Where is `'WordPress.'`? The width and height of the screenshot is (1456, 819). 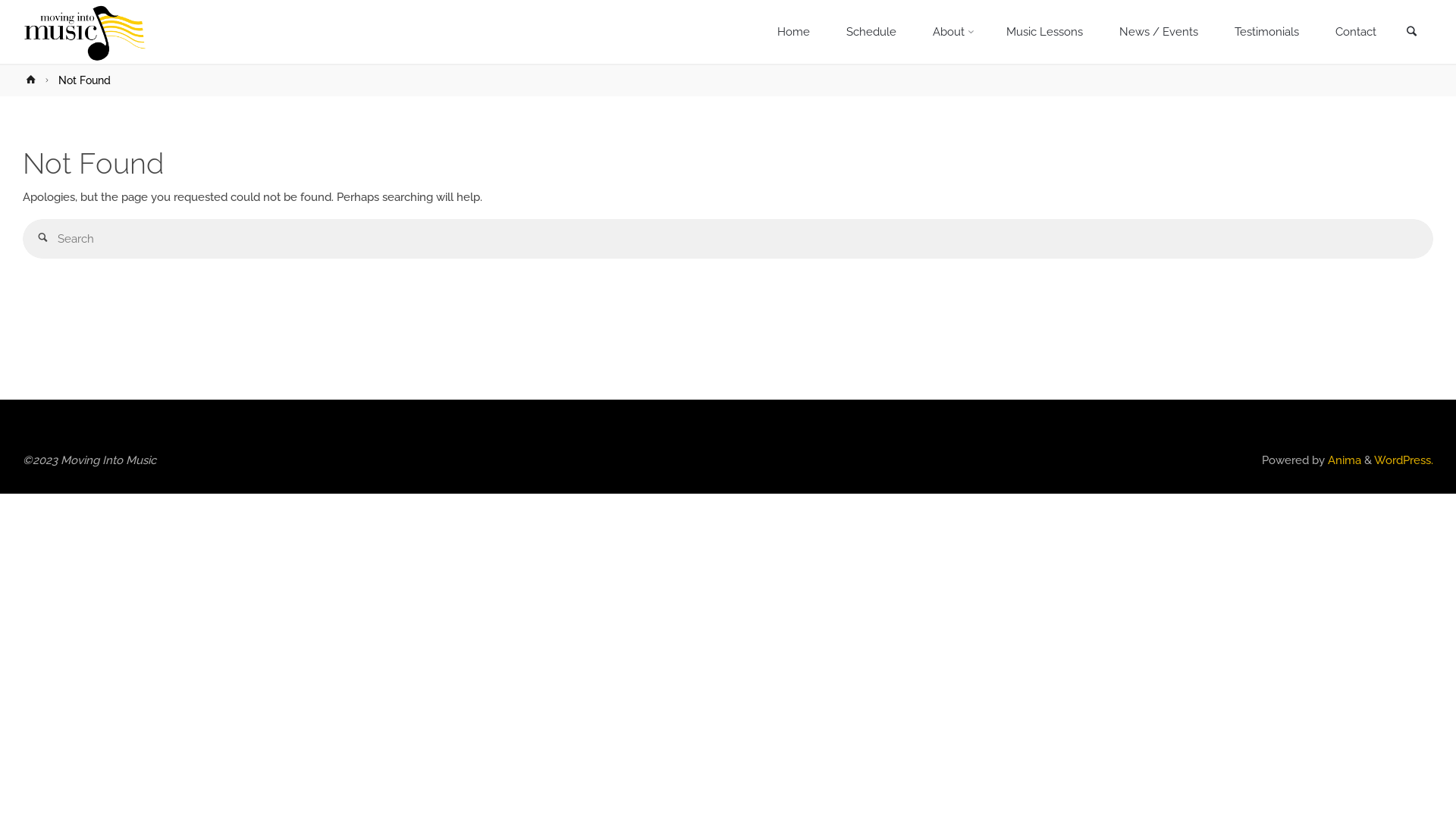 'WordPress.' is located at coordinates (1403, 459).